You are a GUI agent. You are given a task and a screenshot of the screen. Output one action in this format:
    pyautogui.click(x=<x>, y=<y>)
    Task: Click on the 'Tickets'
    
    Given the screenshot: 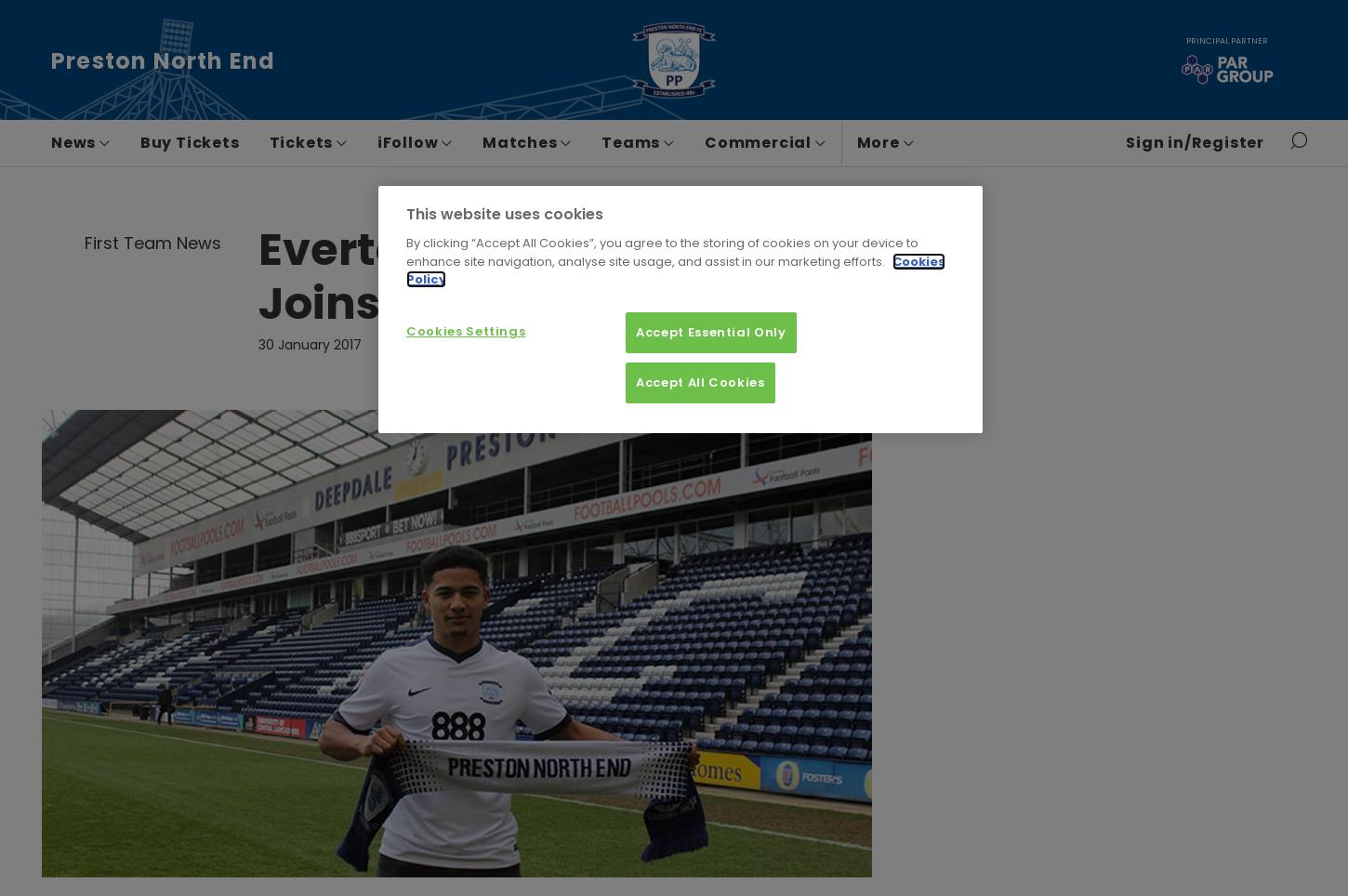 What is the action you would take?
    pyautogui.click(x=302, y=142)
    